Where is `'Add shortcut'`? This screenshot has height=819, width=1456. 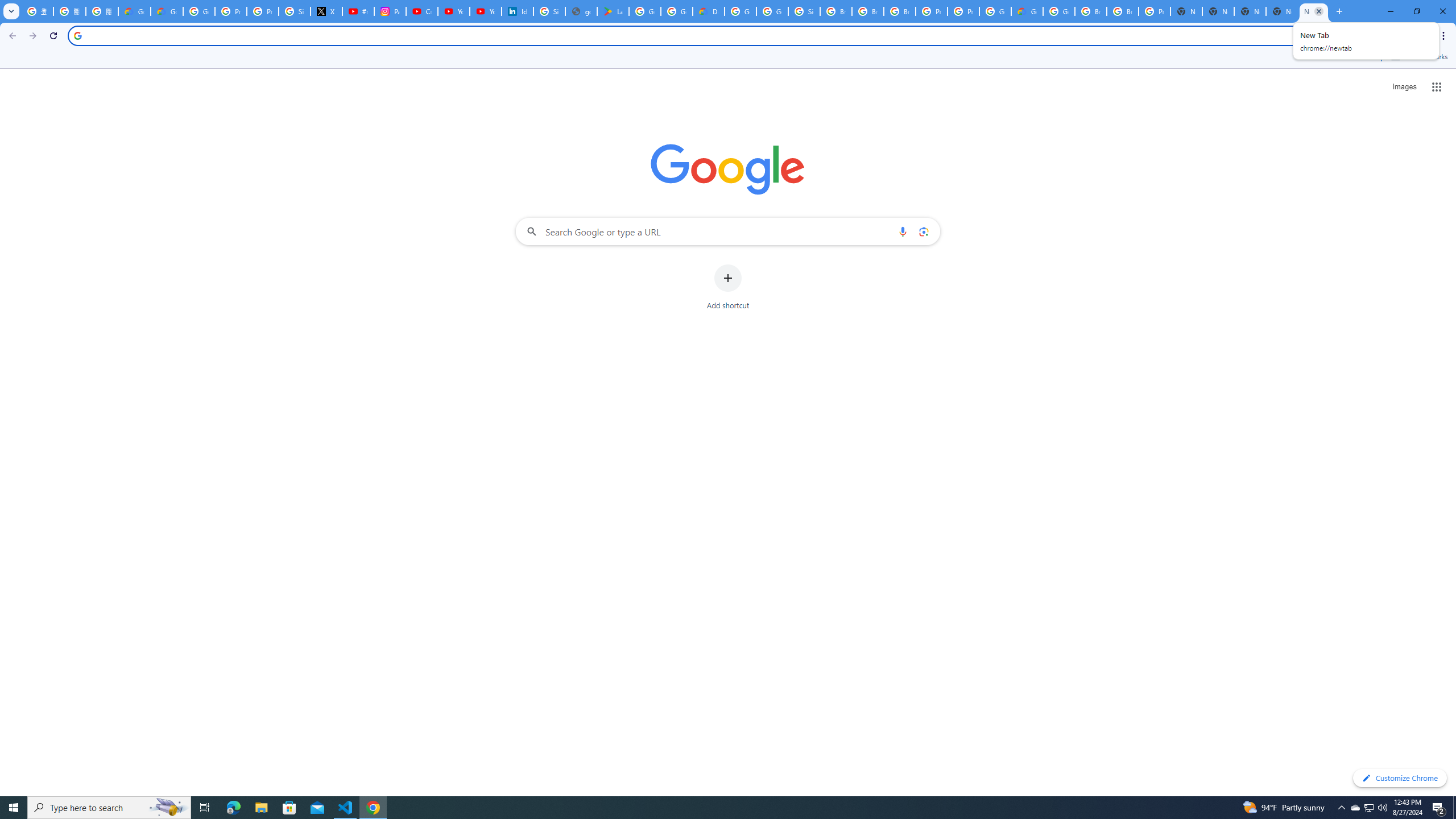
'Add shortcut' is located at coordinates (728, 287).